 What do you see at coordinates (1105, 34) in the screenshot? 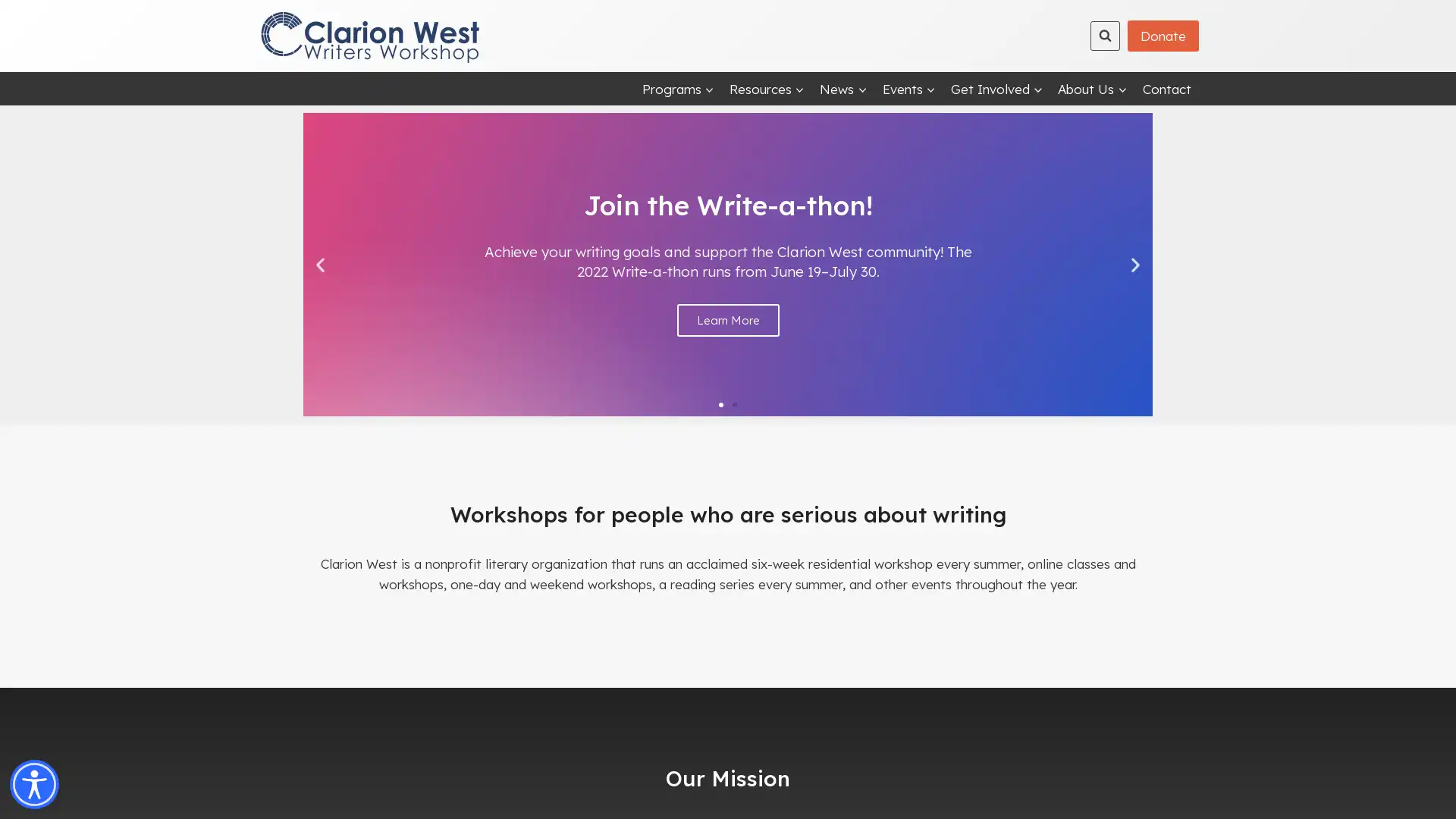
I see `View Search Form` at bounding box center [1105, 34].